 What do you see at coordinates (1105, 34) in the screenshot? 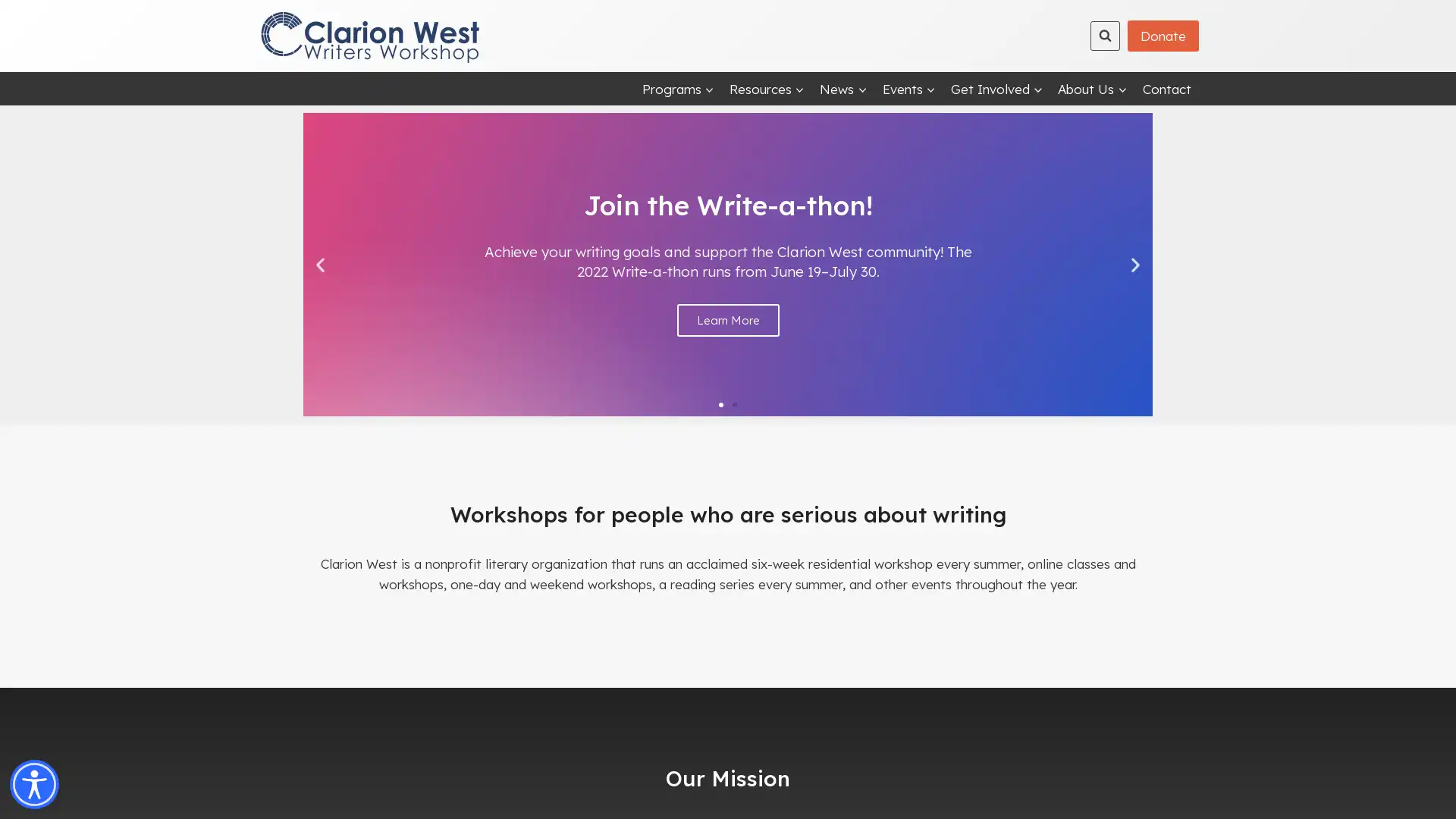
I see `View Search Form` at bounding box center [1105, 34].